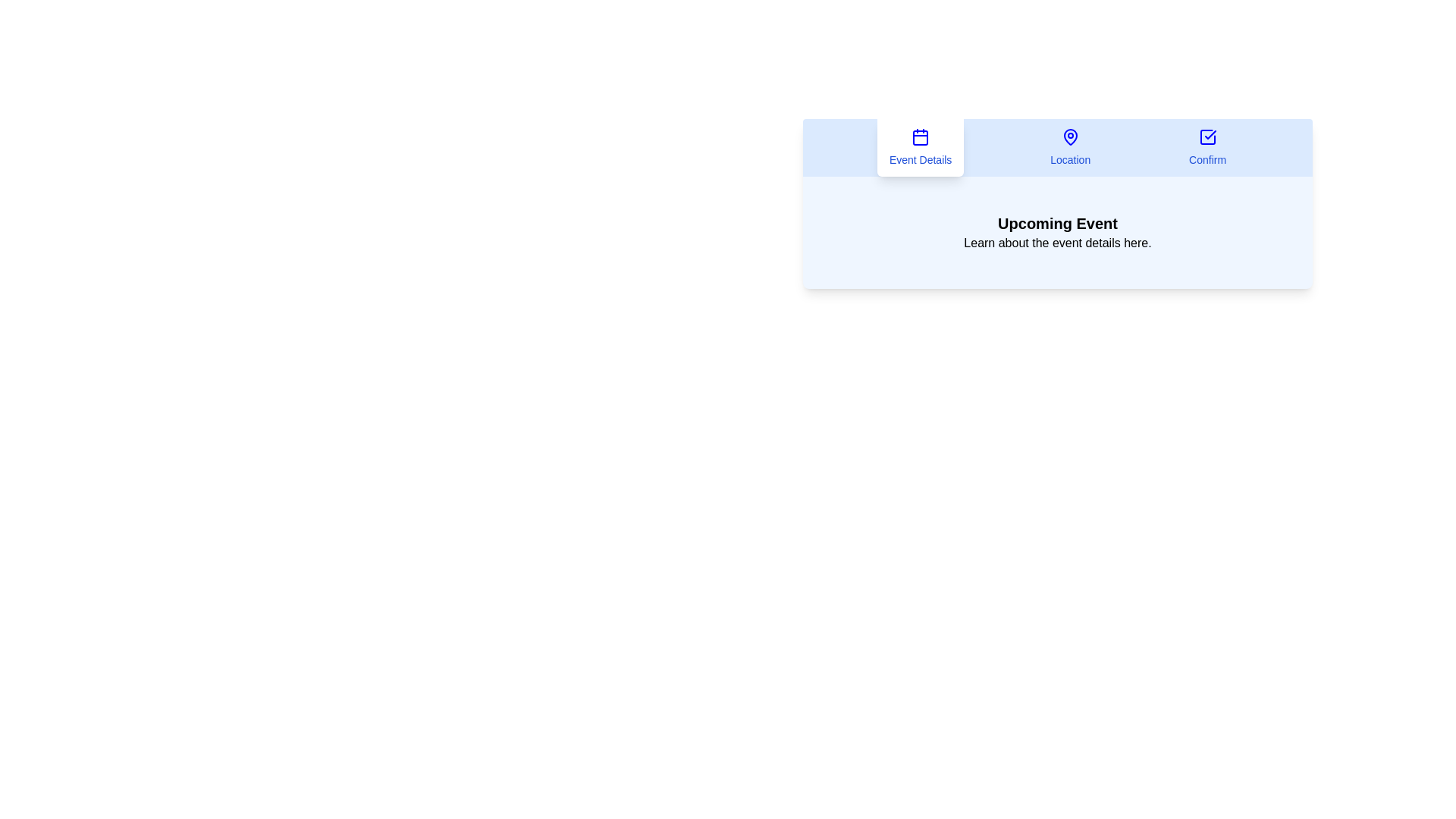  Describe the element at coordinates (920, 148) in the screenshot. I see `the center of the active tab to refresh its content` at that location.